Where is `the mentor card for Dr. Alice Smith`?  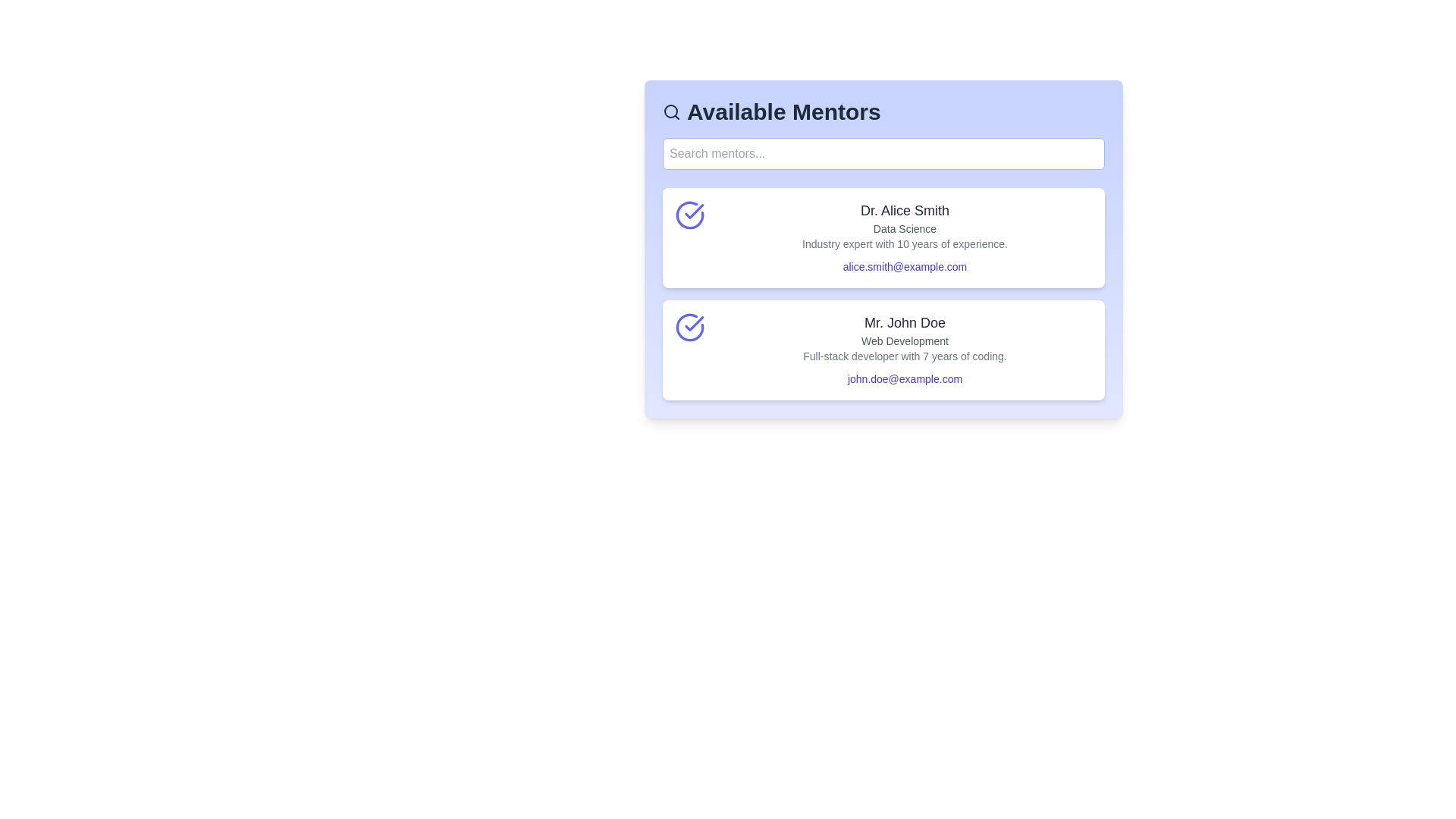
the mentor card for Dr. Alice Smith is located at coordinates (883, 237).